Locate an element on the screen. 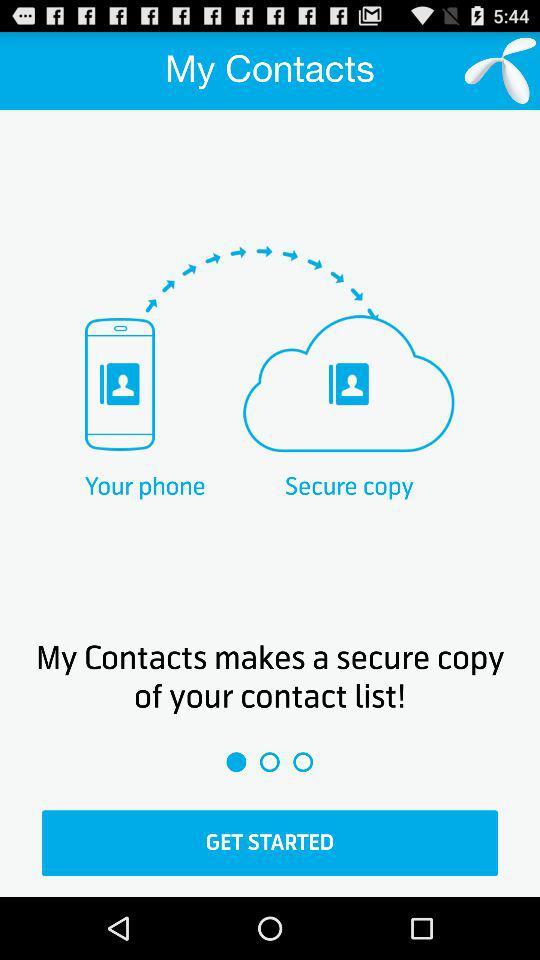  the get started is located at coordinates (270, 842).